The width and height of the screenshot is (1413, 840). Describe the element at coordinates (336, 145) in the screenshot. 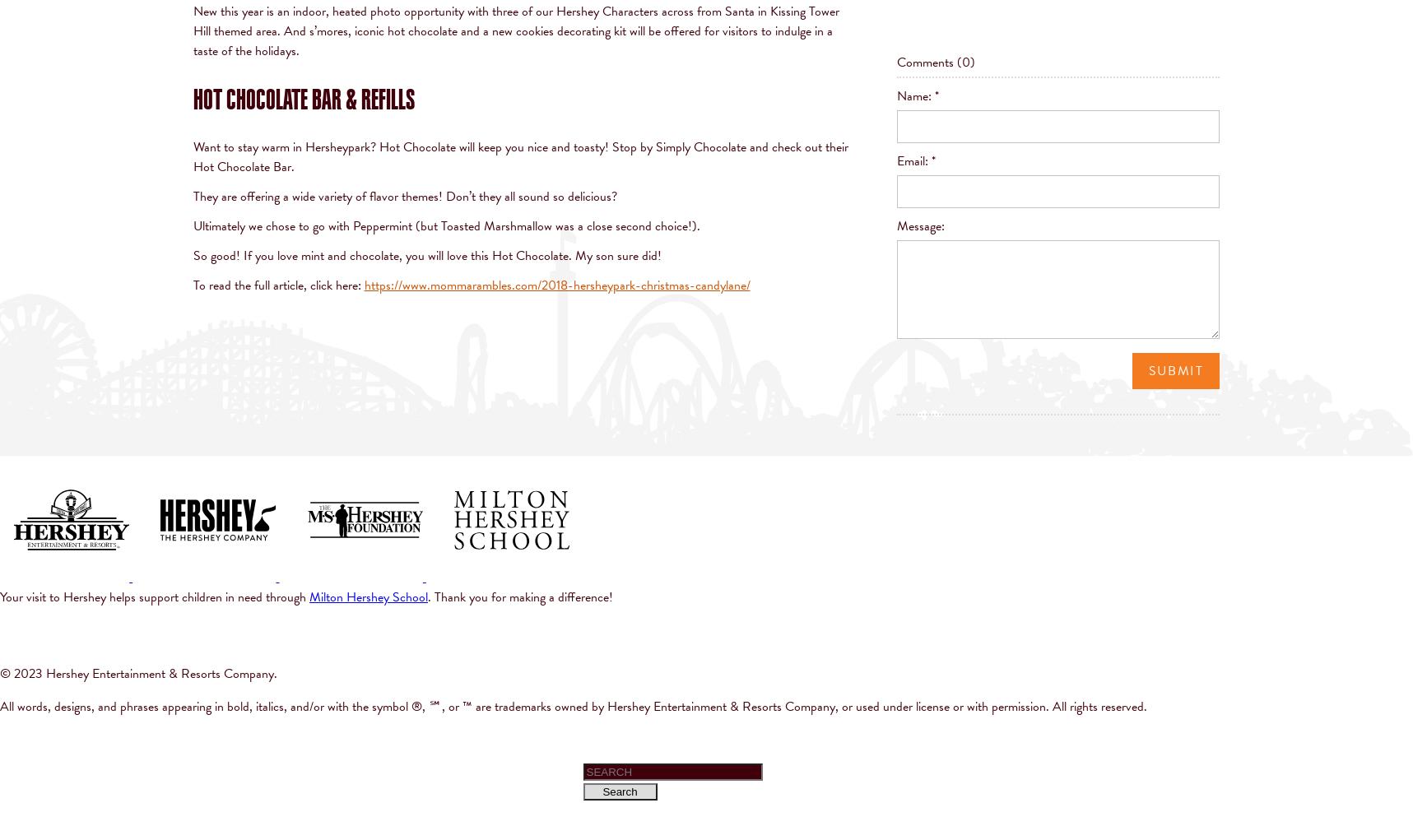

I see `'Hersheypark'` at that location.